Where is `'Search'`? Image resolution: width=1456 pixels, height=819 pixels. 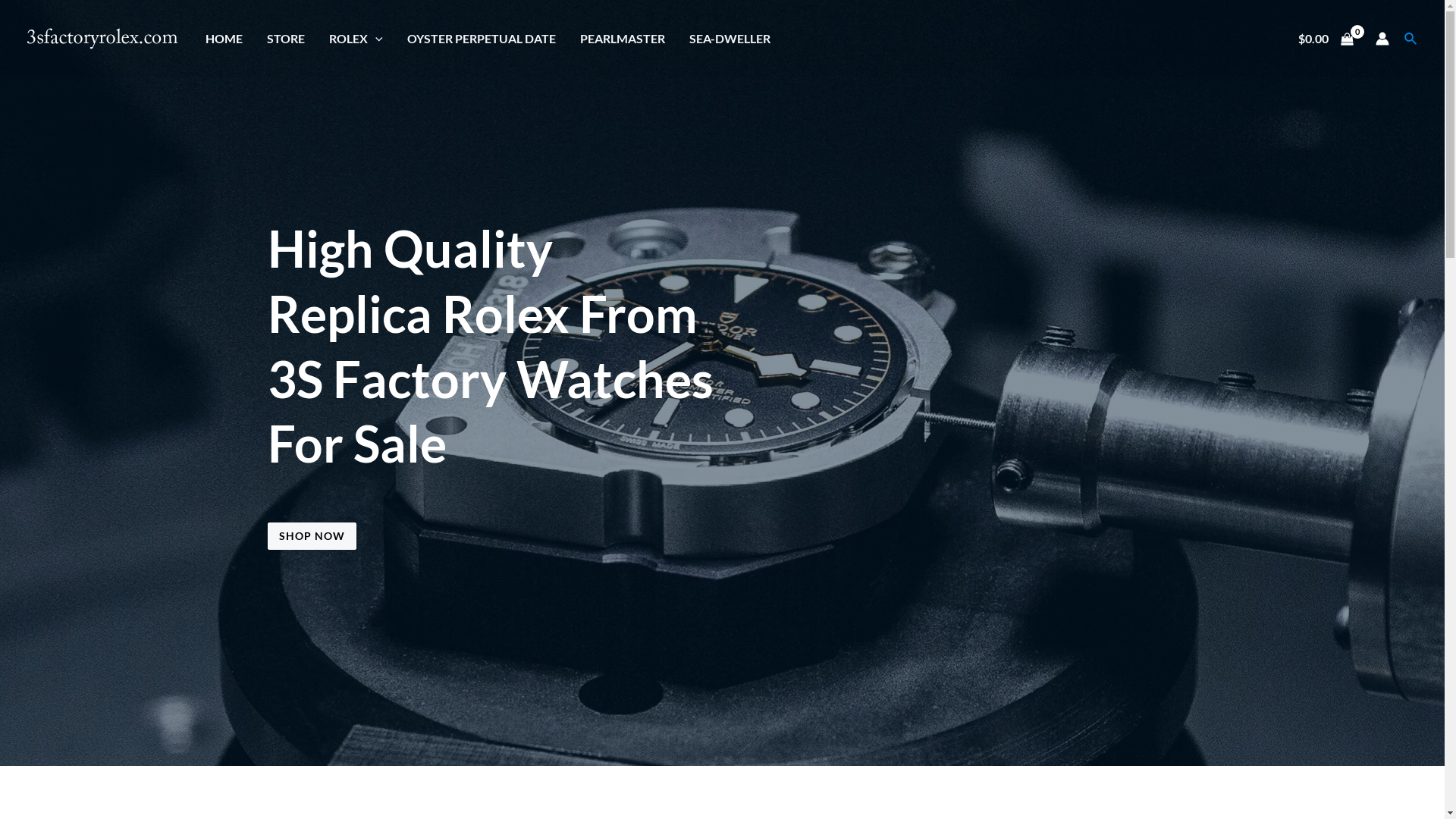 'Search' is located at coordinates (1404, 37).